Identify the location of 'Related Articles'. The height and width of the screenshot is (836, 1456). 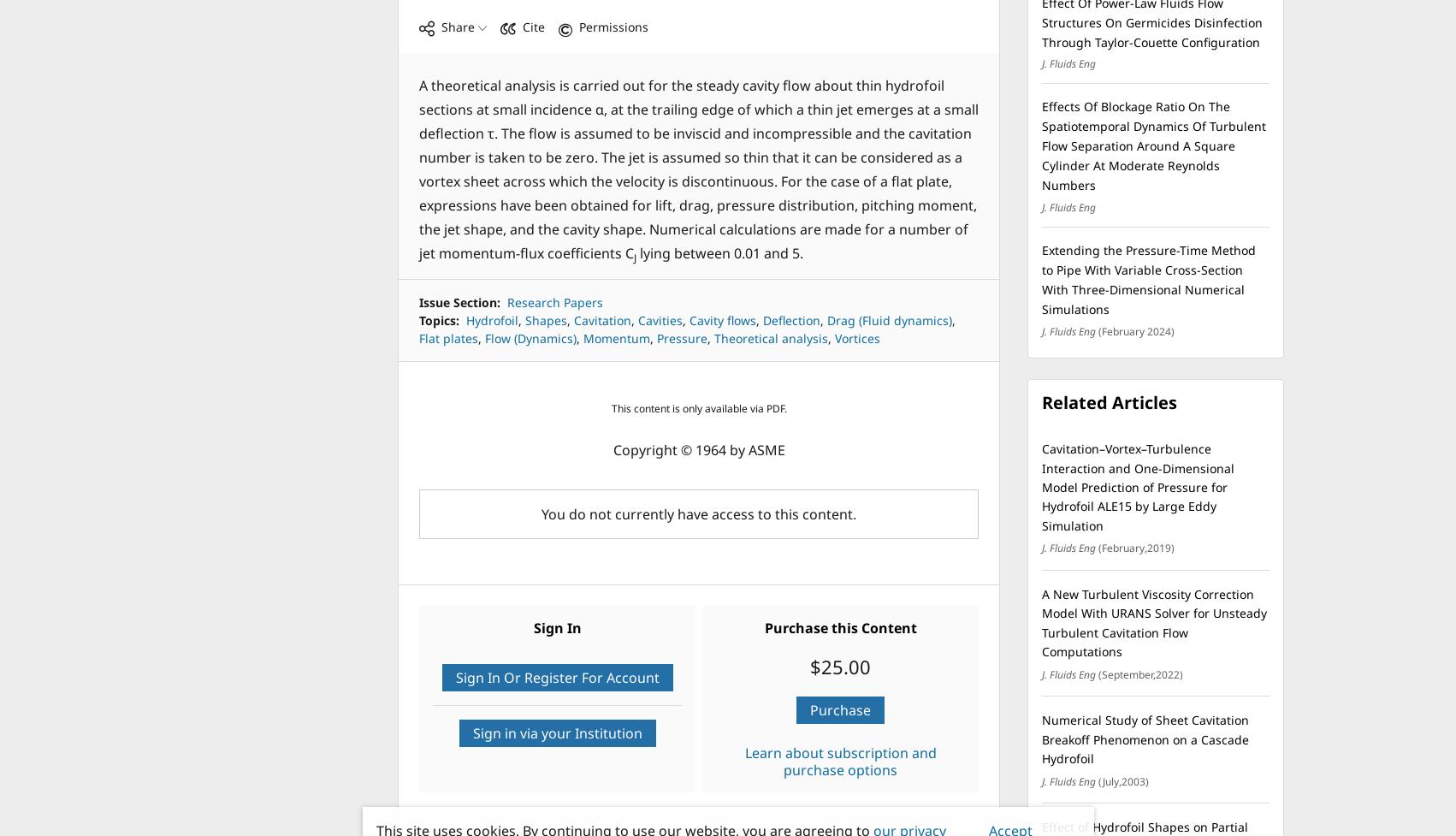
(1108, 402).